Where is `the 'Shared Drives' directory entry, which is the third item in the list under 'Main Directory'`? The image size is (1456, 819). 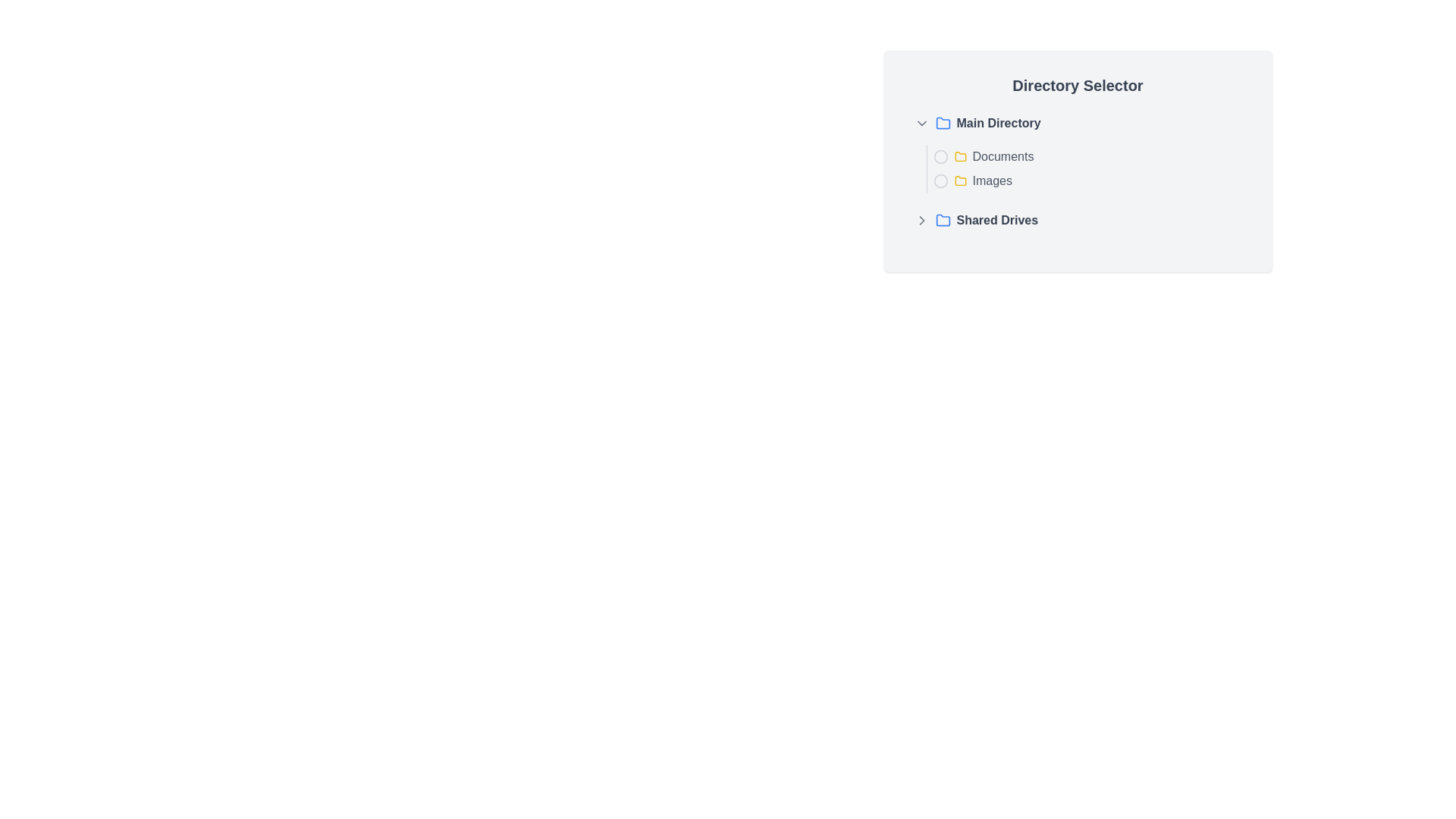 the 'Shared Drives' directory entry, which is the third item in the list under 'Main Directory' is located at coordinates (1077, 220).